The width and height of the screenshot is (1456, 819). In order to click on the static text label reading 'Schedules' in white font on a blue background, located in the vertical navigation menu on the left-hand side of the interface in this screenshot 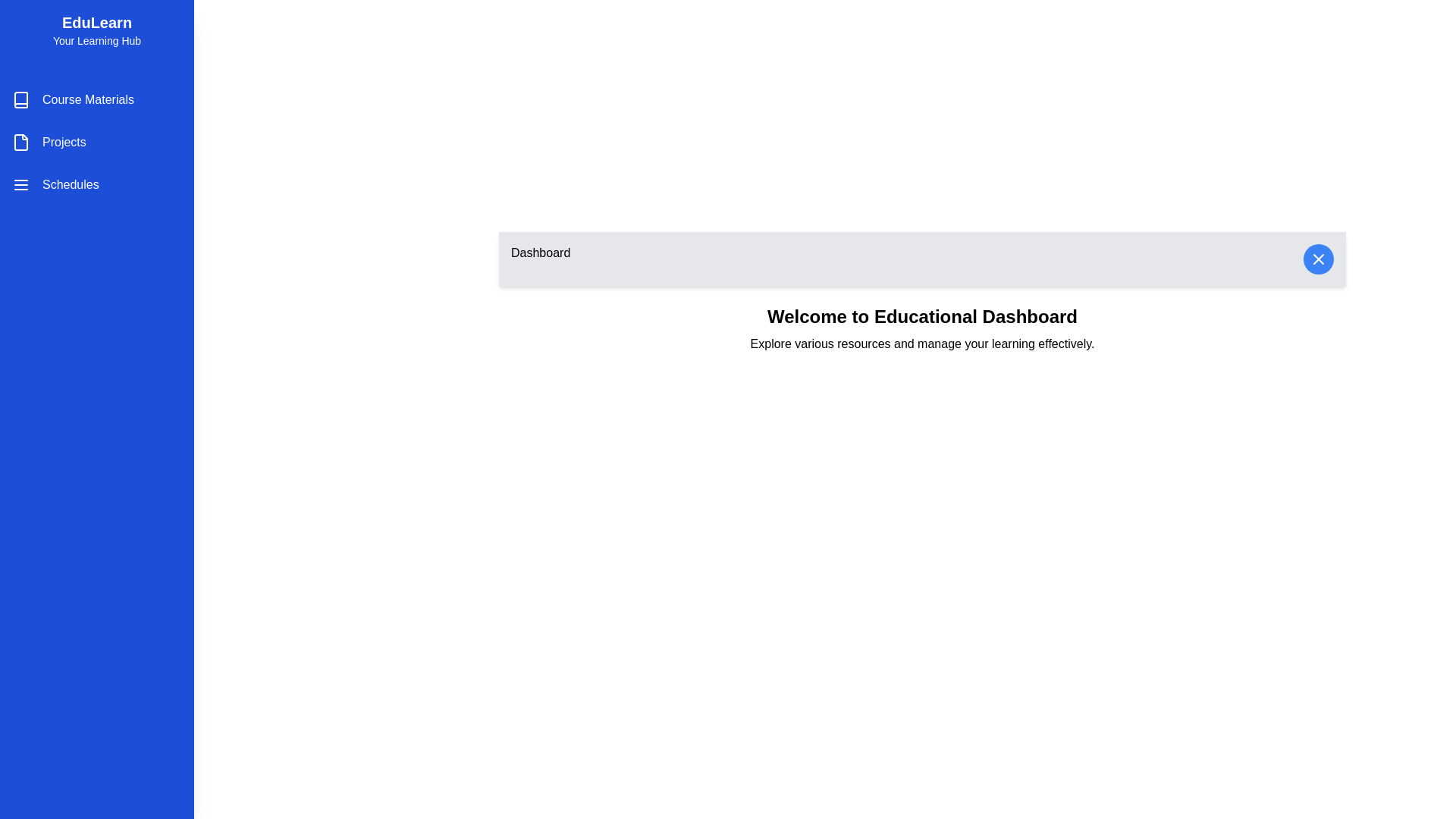, I will do `click(70, 184)`.